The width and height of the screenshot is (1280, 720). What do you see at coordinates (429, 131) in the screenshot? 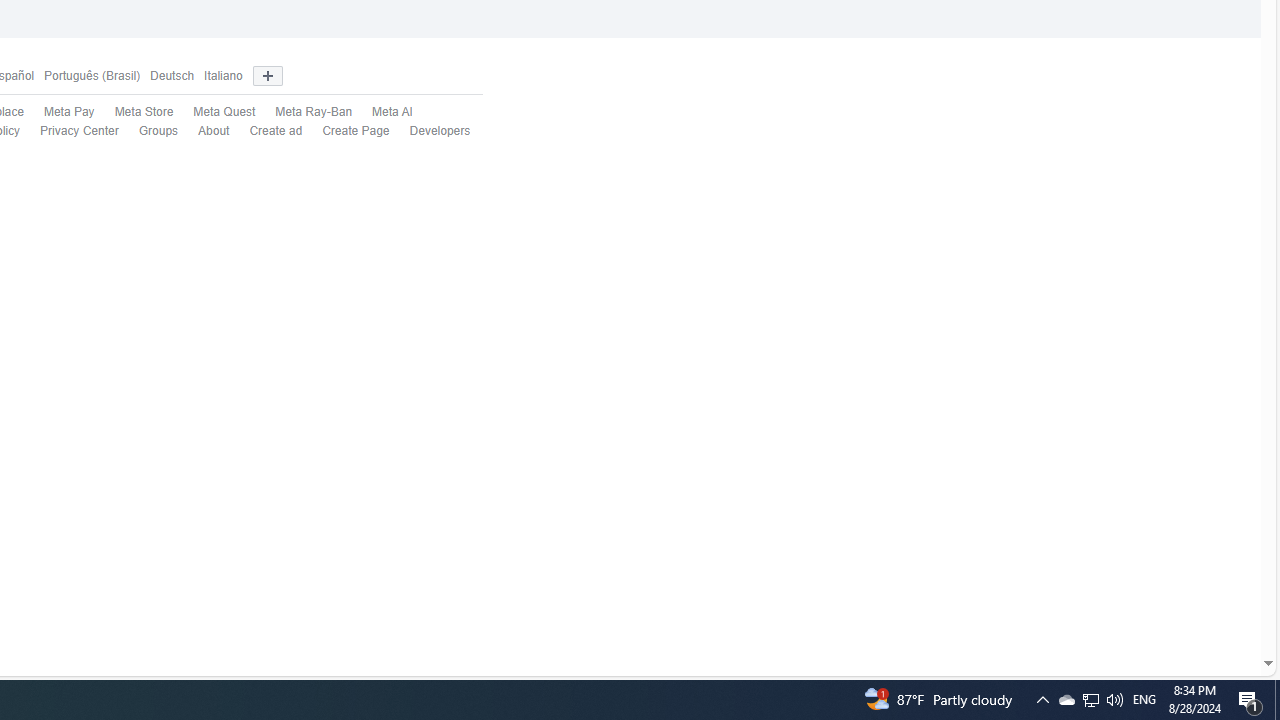
I see `'Developers'` at bounding box center [429, 131].